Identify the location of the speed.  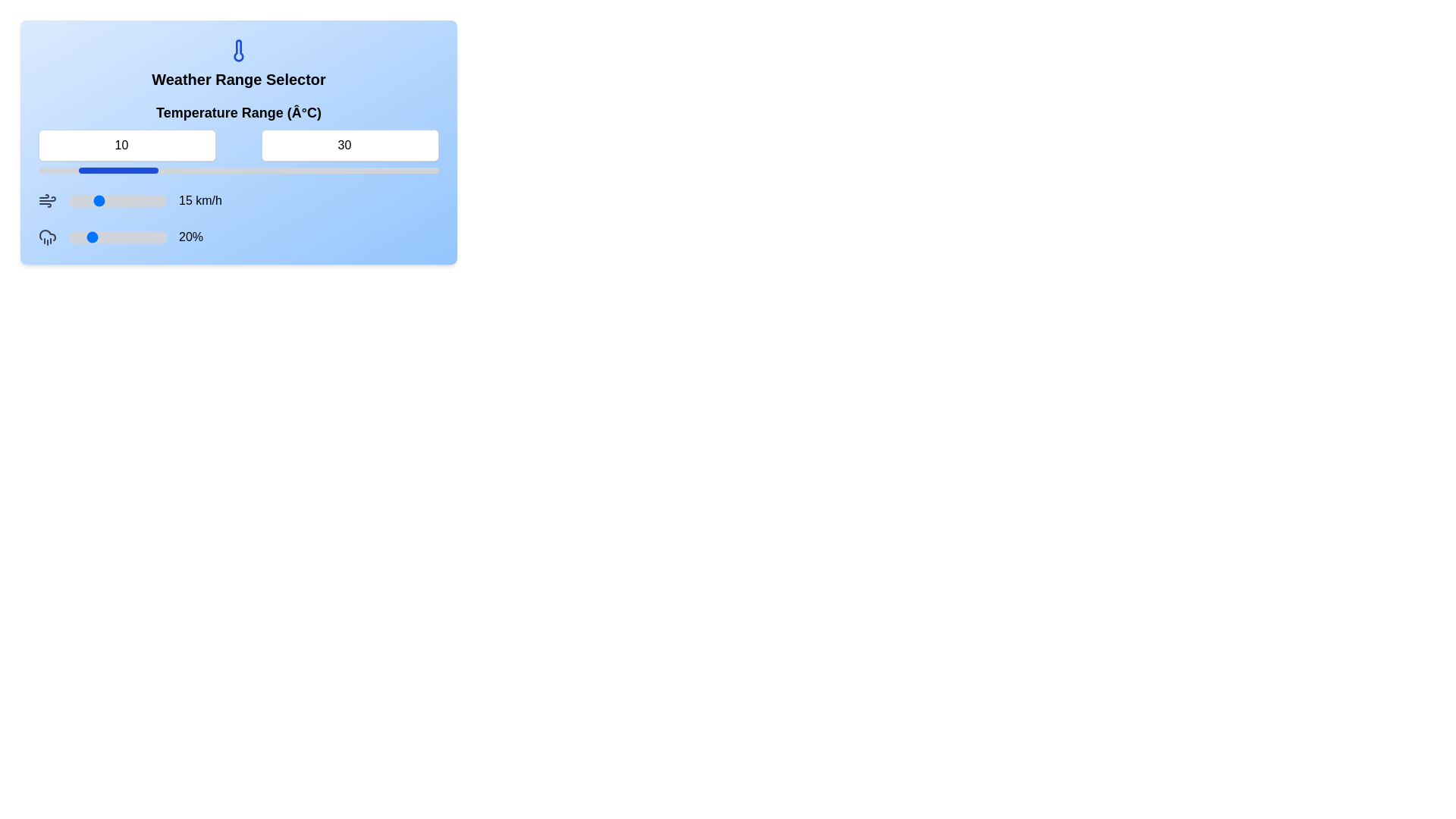
(86, 200).